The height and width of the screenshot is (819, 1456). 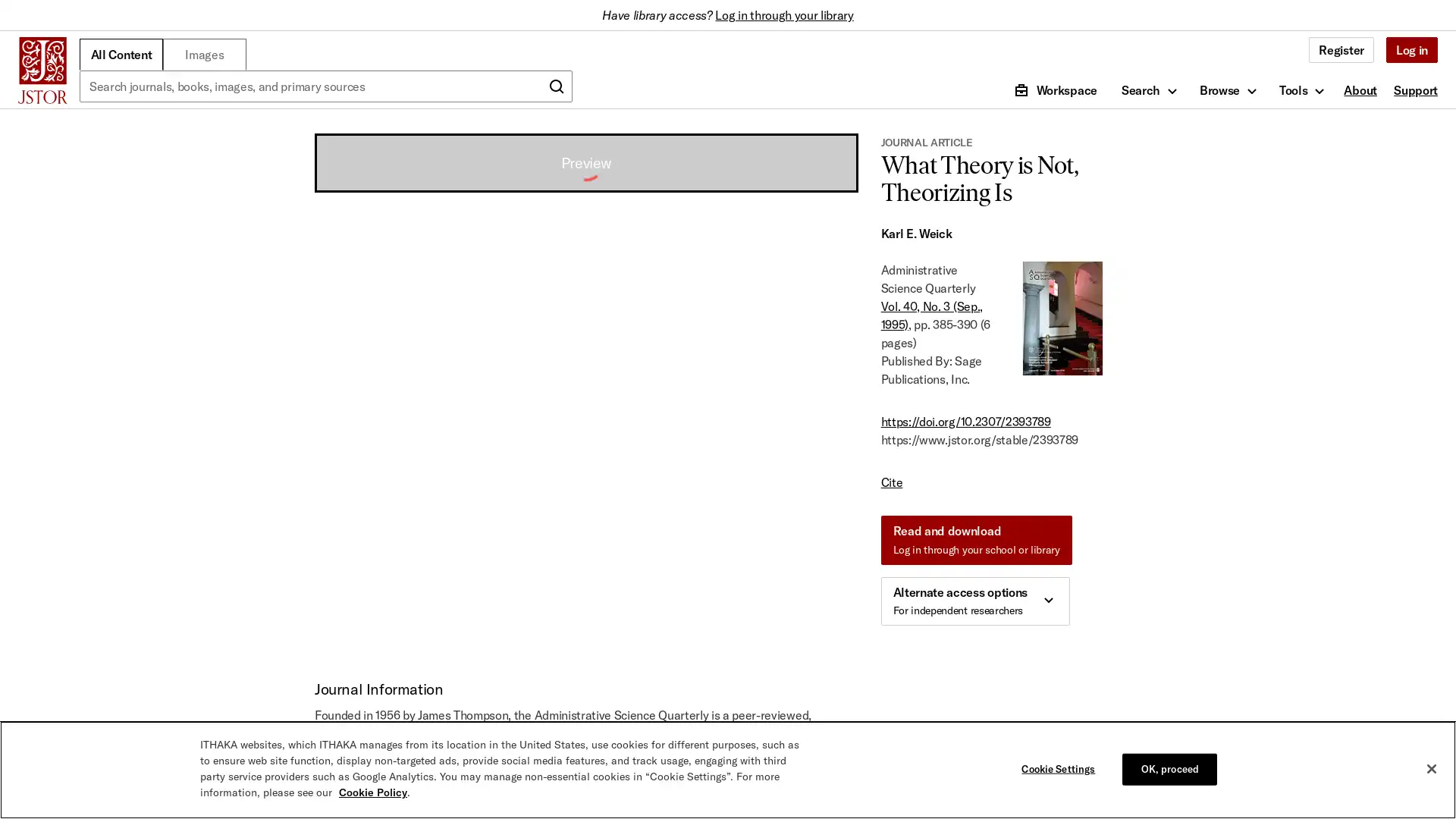 What do you see at coordinates (1430, 769) in the screenshot?
I see `Close` at bounding box center [1430, 769].